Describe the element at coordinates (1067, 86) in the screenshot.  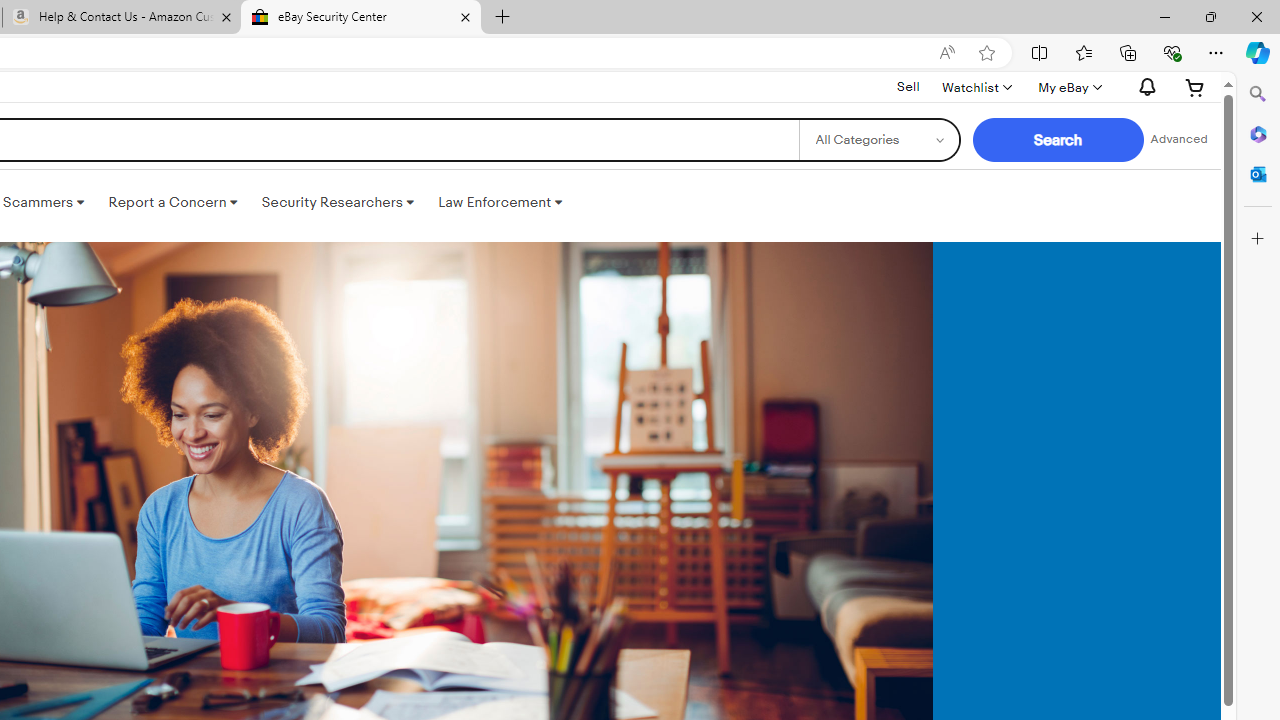
I see `'My eBay'` at that location.